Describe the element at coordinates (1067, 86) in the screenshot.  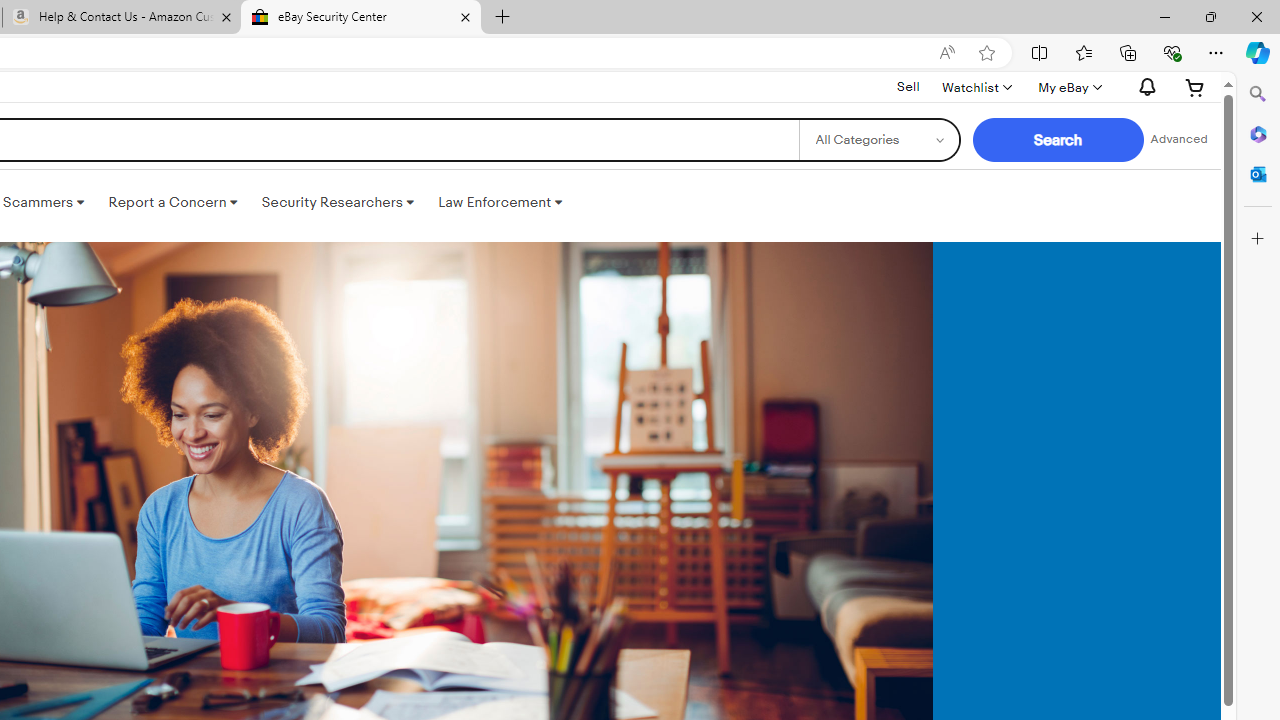
I see `'My eBay'` at that location.